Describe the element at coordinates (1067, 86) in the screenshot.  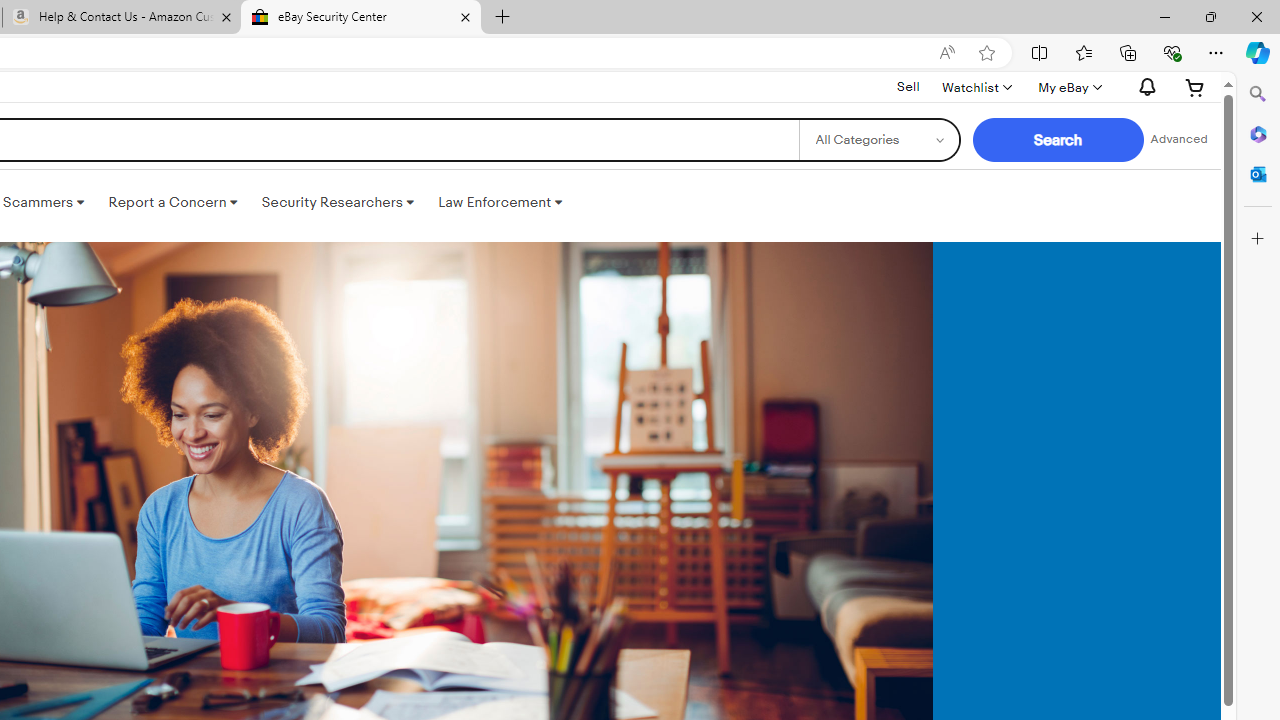
I see `'My eBay'` at that location.